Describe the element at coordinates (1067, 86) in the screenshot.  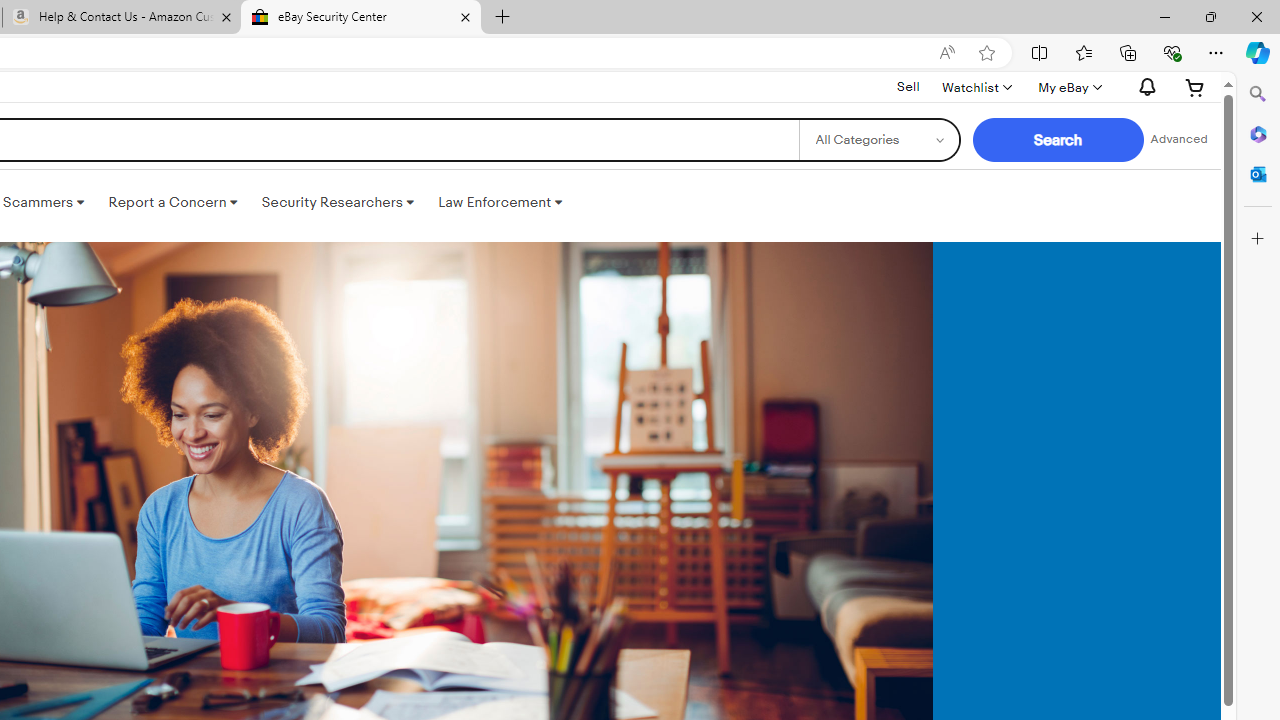
I see `'My eBay'` at that location.